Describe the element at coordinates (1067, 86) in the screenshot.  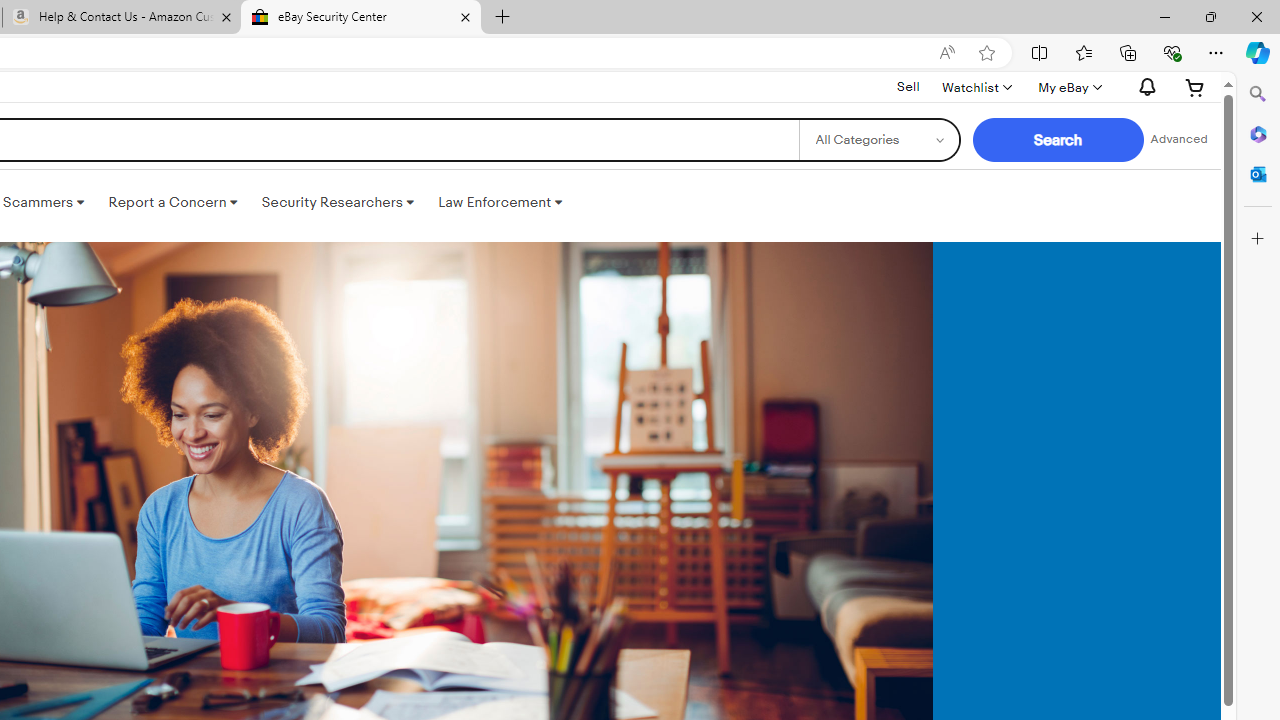
I see `'My eBay'` at that location.